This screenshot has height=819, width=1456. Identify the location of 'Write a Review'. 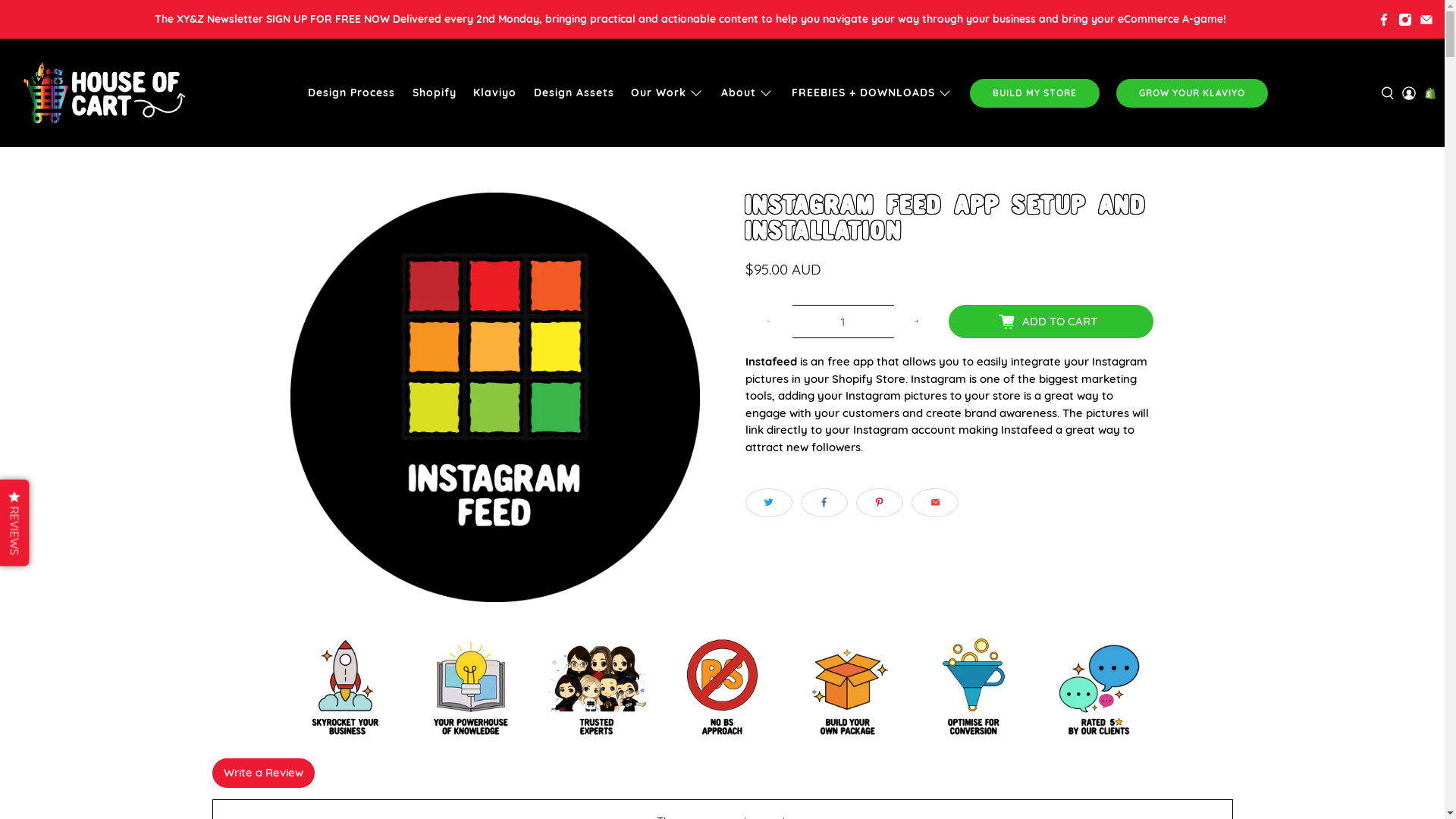
(263, 773).